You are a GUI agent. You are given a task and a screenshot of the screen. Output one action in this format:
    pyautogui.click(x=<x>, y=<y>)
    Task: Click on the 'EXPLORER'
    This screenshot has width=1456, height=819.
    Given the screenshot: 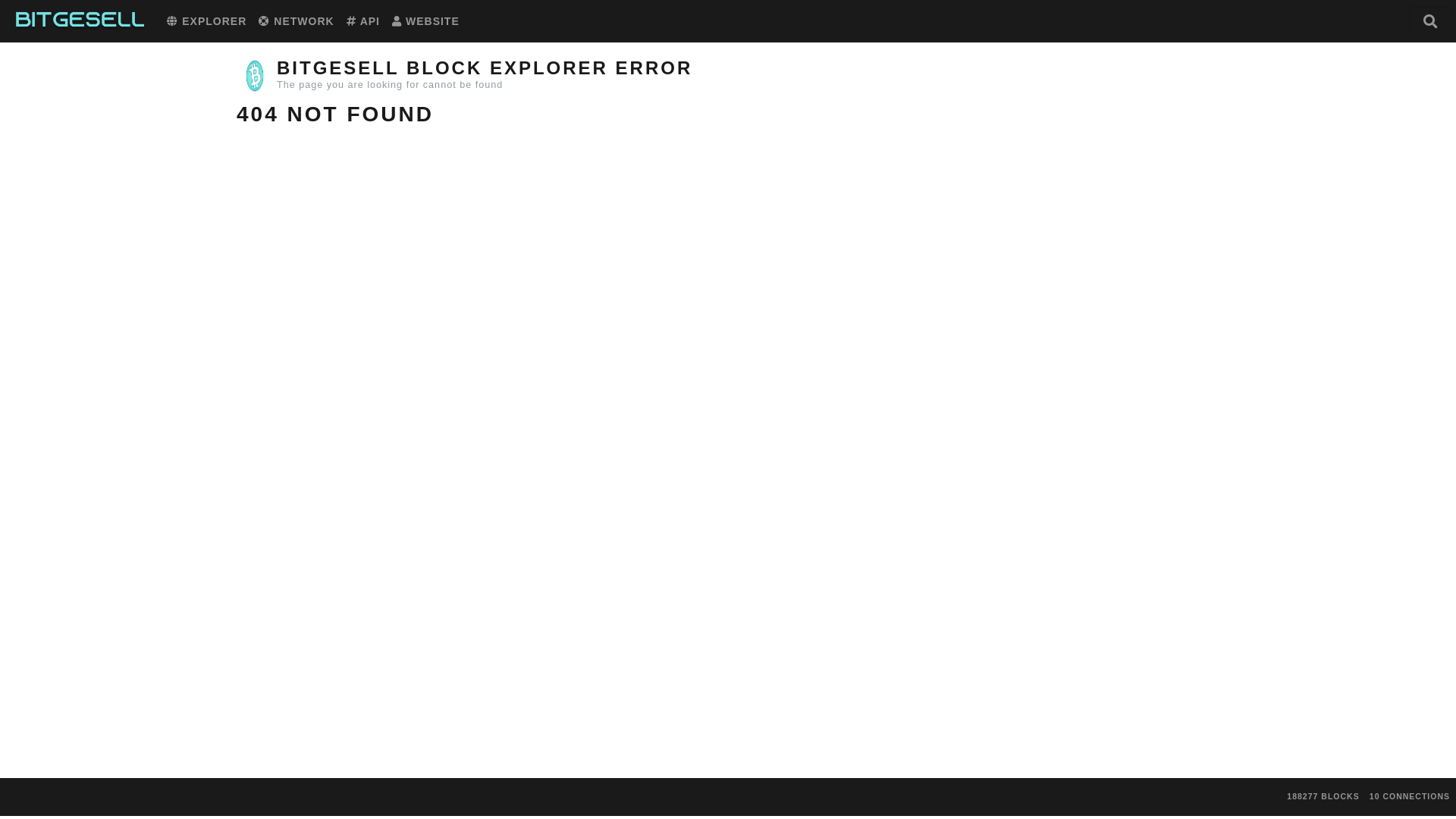 What is the action you would take?
    pyautogui.click(x=206, y=21)
    